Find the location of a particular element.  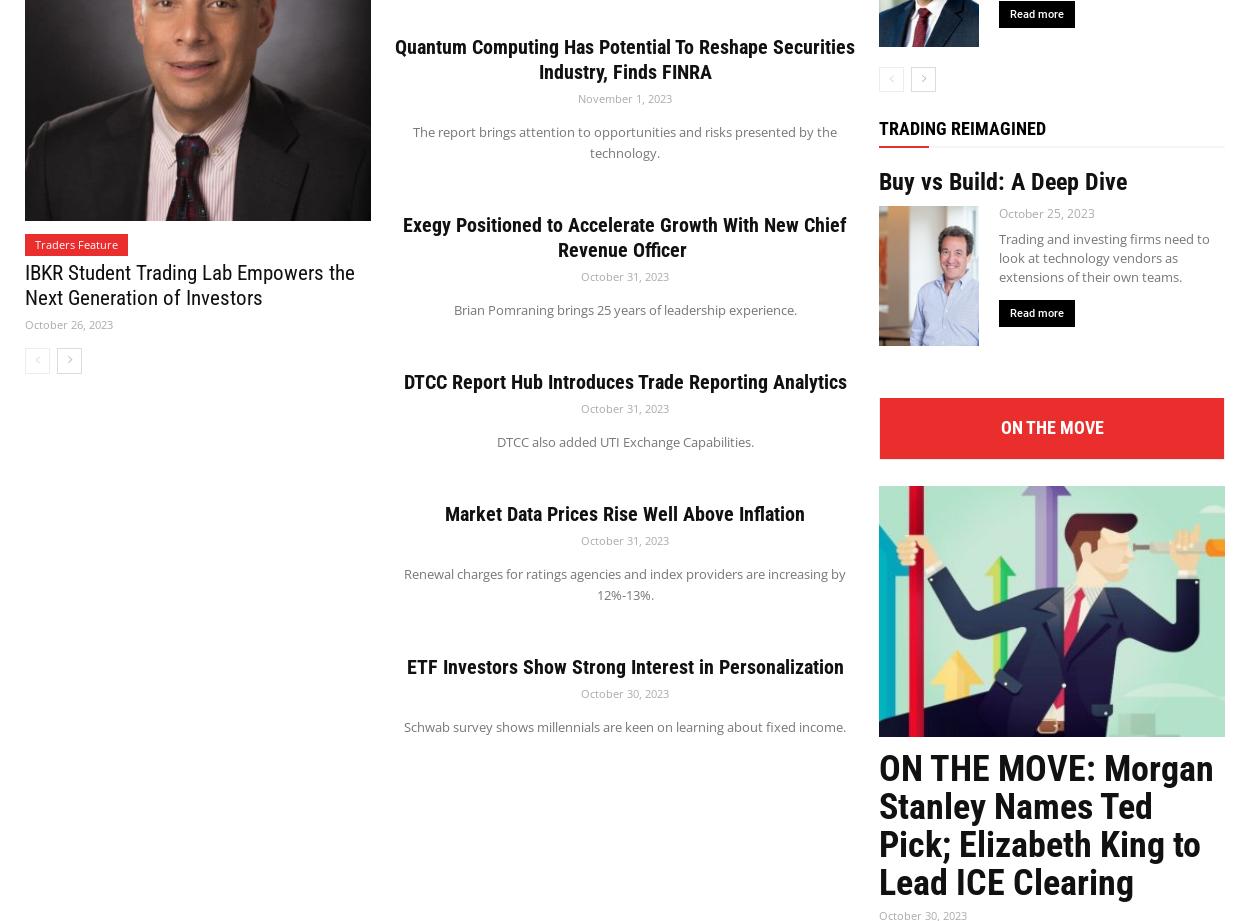

'Market Data Prices Rise Well Above Inflation' is located at coordinates (444, 511).